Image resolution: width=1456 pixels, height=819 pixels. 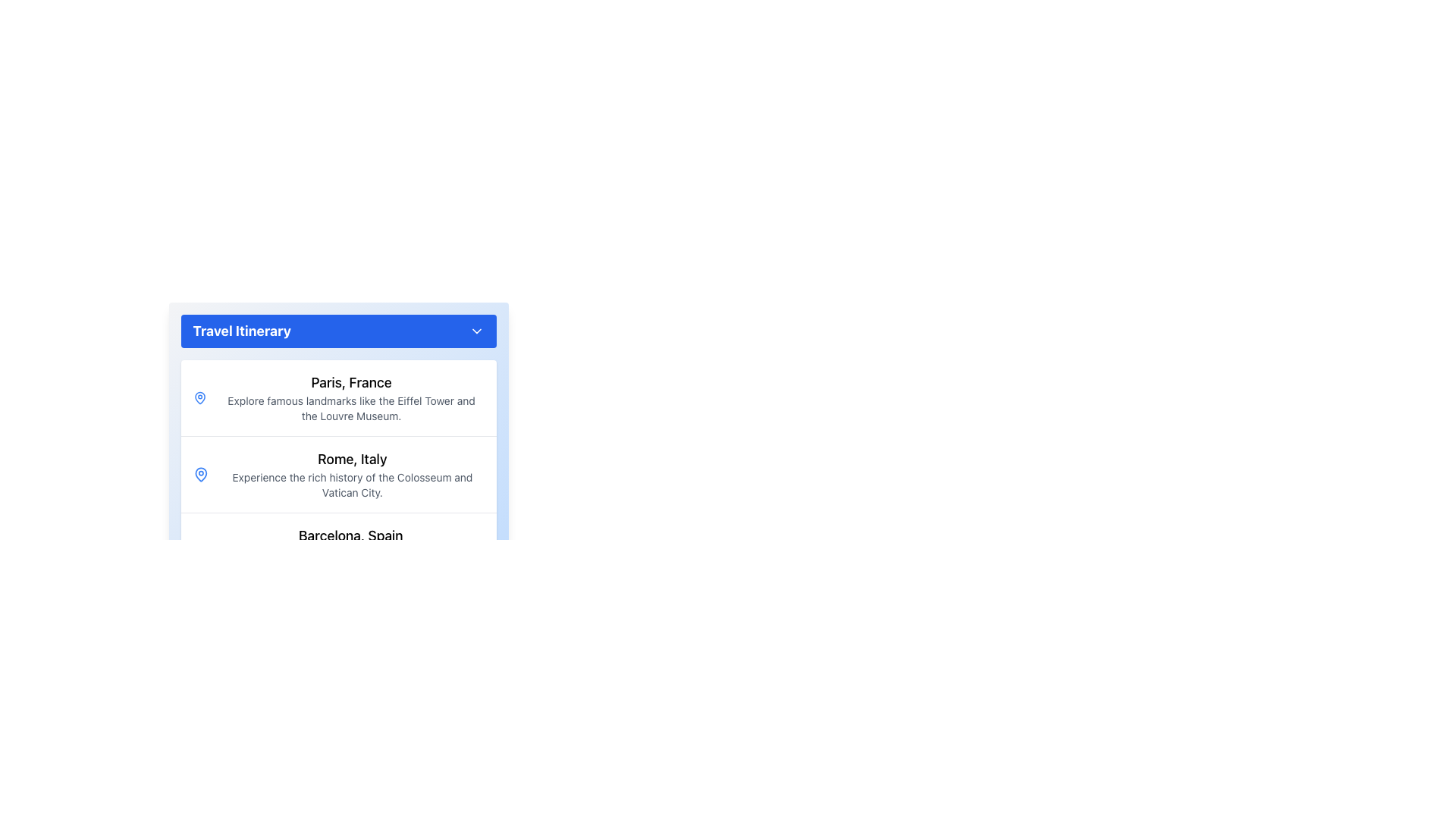 I want to click on descriptive text about the 'Rome, Italy' travel destination, which is located directly below the 'Rome, Italy' title, so click(x=351, y=485).